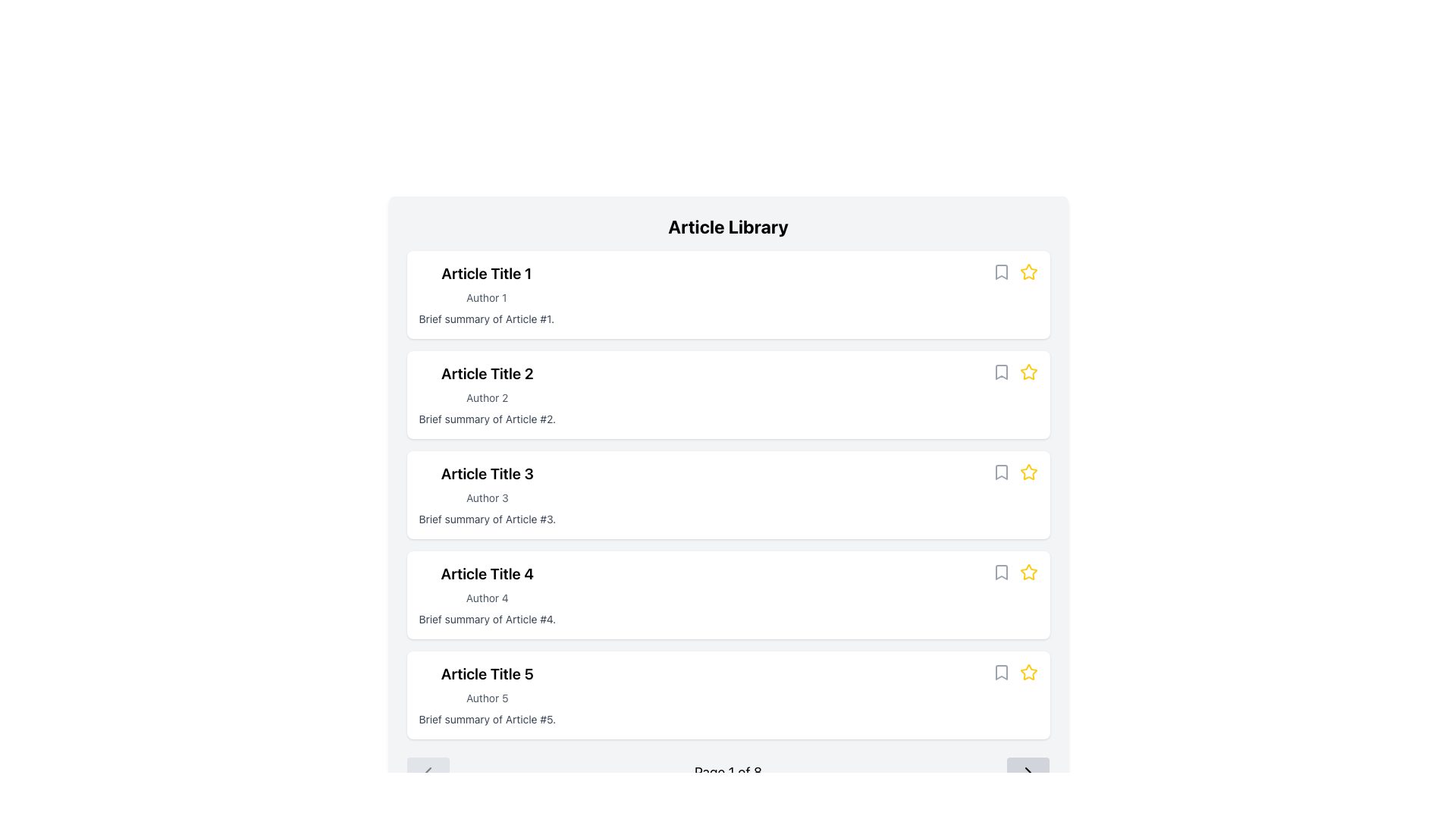 This screenshot has width=1456, height=819. What do you see at coordinates (1028, 470) in the screenshot?
I see `the star button located in the rightmost column of the third article ('Article Title 3')` at bounding box center [1028, 470].